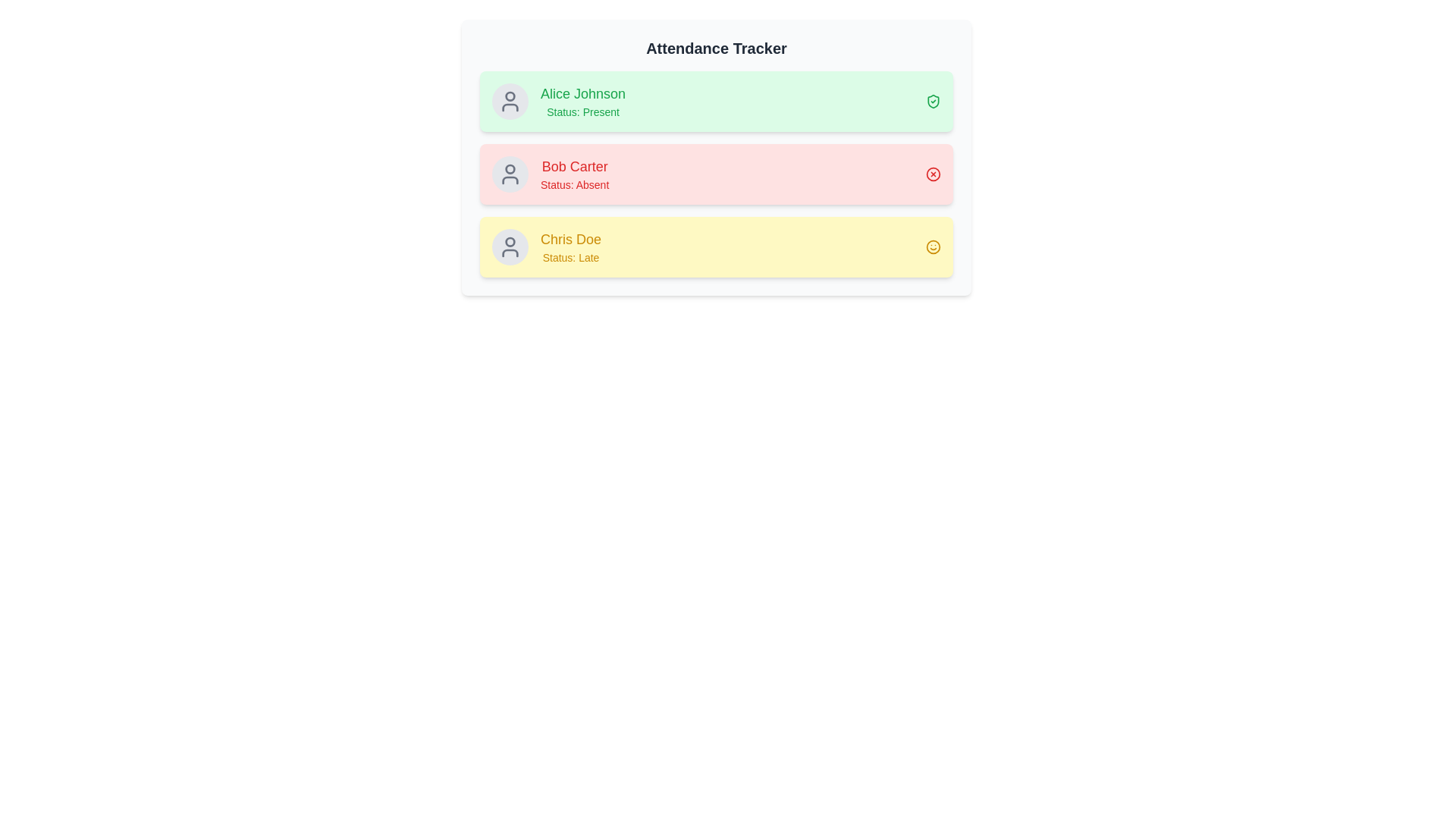 This screenshot has height=819, width=1456. Describe the element at coordinates (582, 102) in the screenshot. I see `displayed text 'Alice Johnson - Present' from the text block located to the right of the gray user silhouette icon in the topmost section of the vertically stacked list` at that location.